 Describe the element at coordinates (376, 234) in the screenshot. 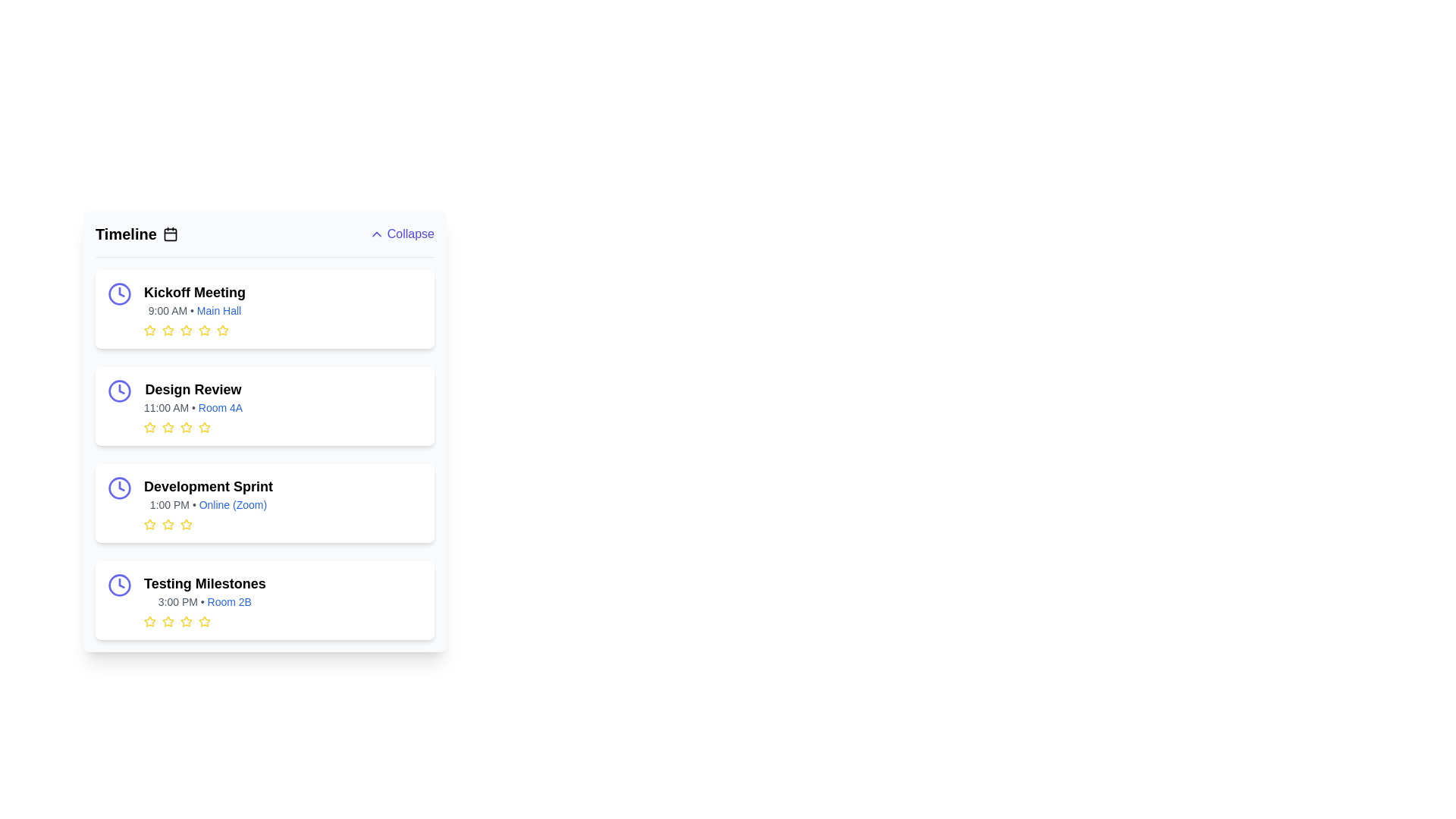

I see `the upward-pointing chevron icon located at the top-right corner of the timeline box, immediately to the left of the 'Collapse' text` at that location.